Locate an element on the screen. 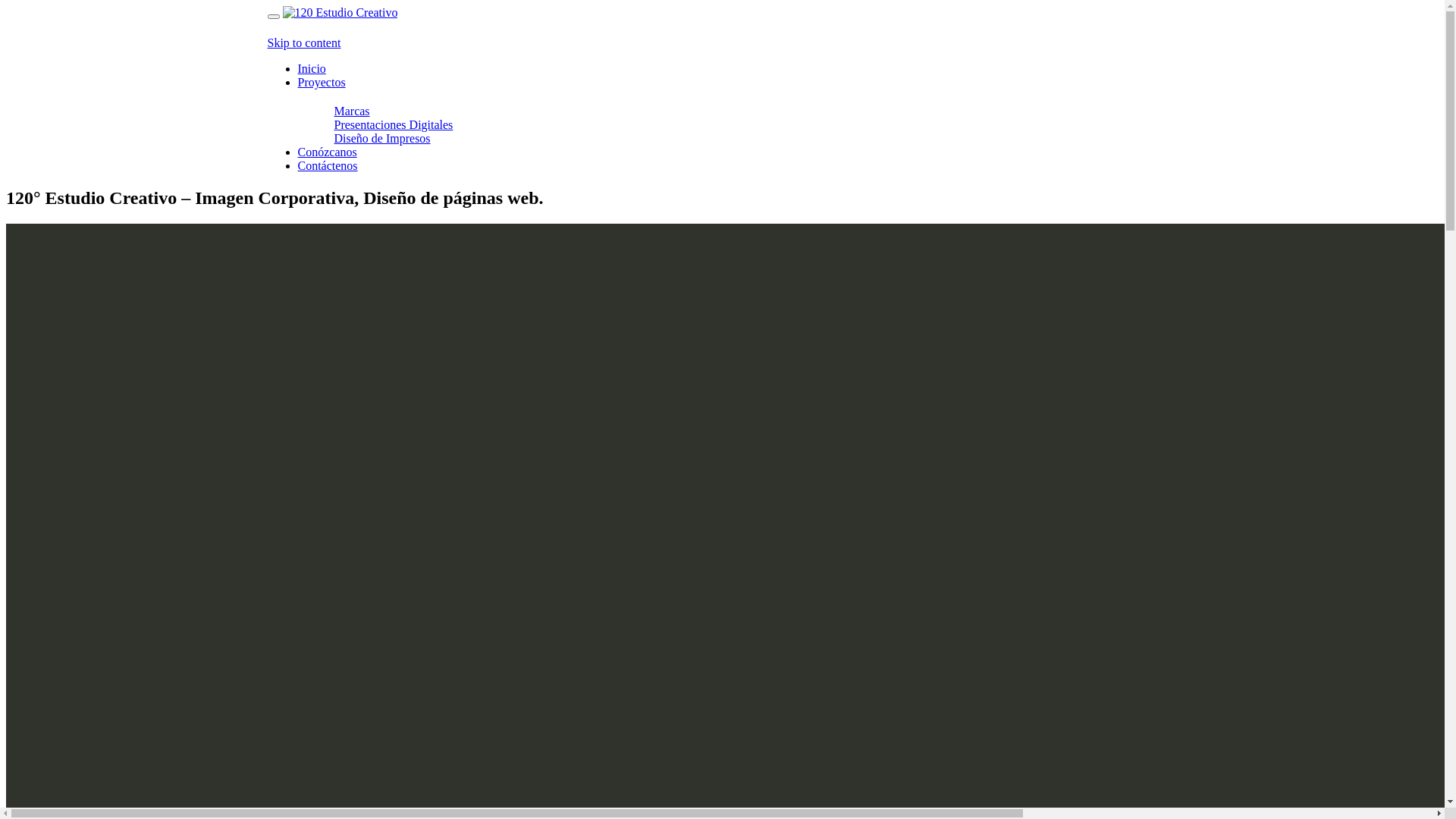 The height and width of the screenshot is (819, 1456). 'Inicio' is located at coordinates (310, 68).